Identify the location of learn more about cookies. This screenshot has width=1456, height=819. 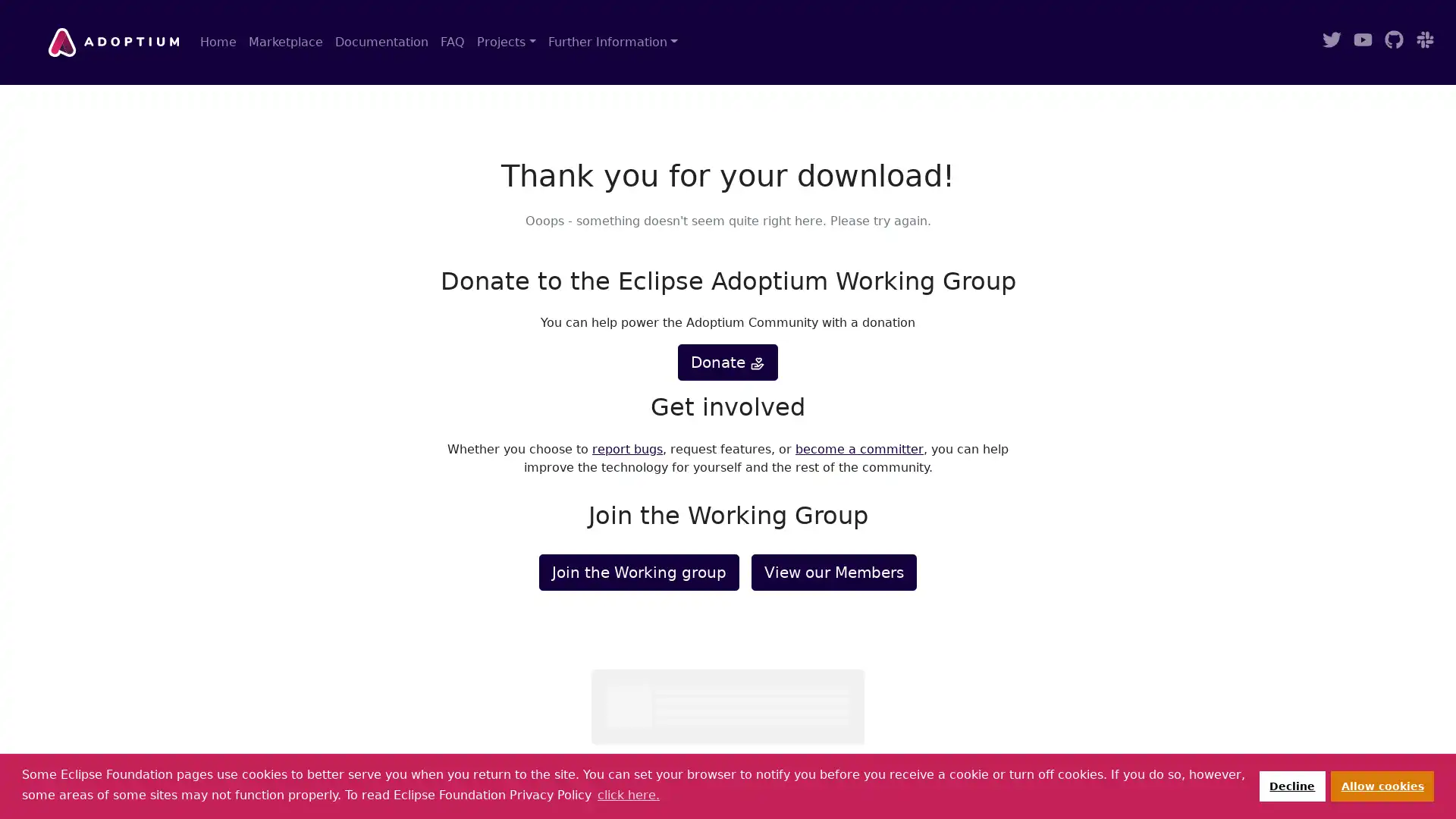
(628, 794).